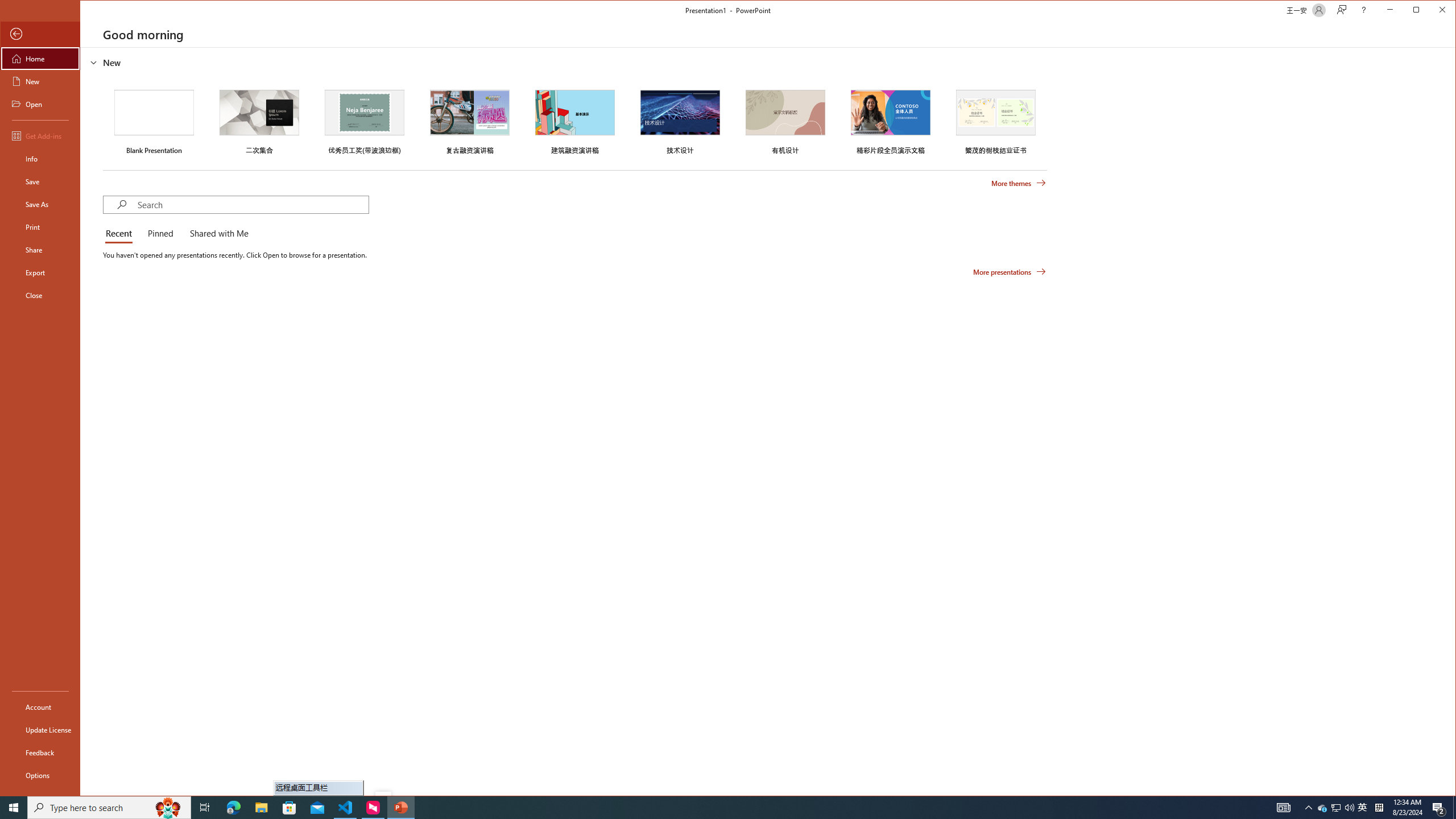 This screenshot has width=1456, height=819. What do you see at coordinates (39, 135) in the screenshot?
I see `'Get Add-ins'` at bounding box center [39, 135].